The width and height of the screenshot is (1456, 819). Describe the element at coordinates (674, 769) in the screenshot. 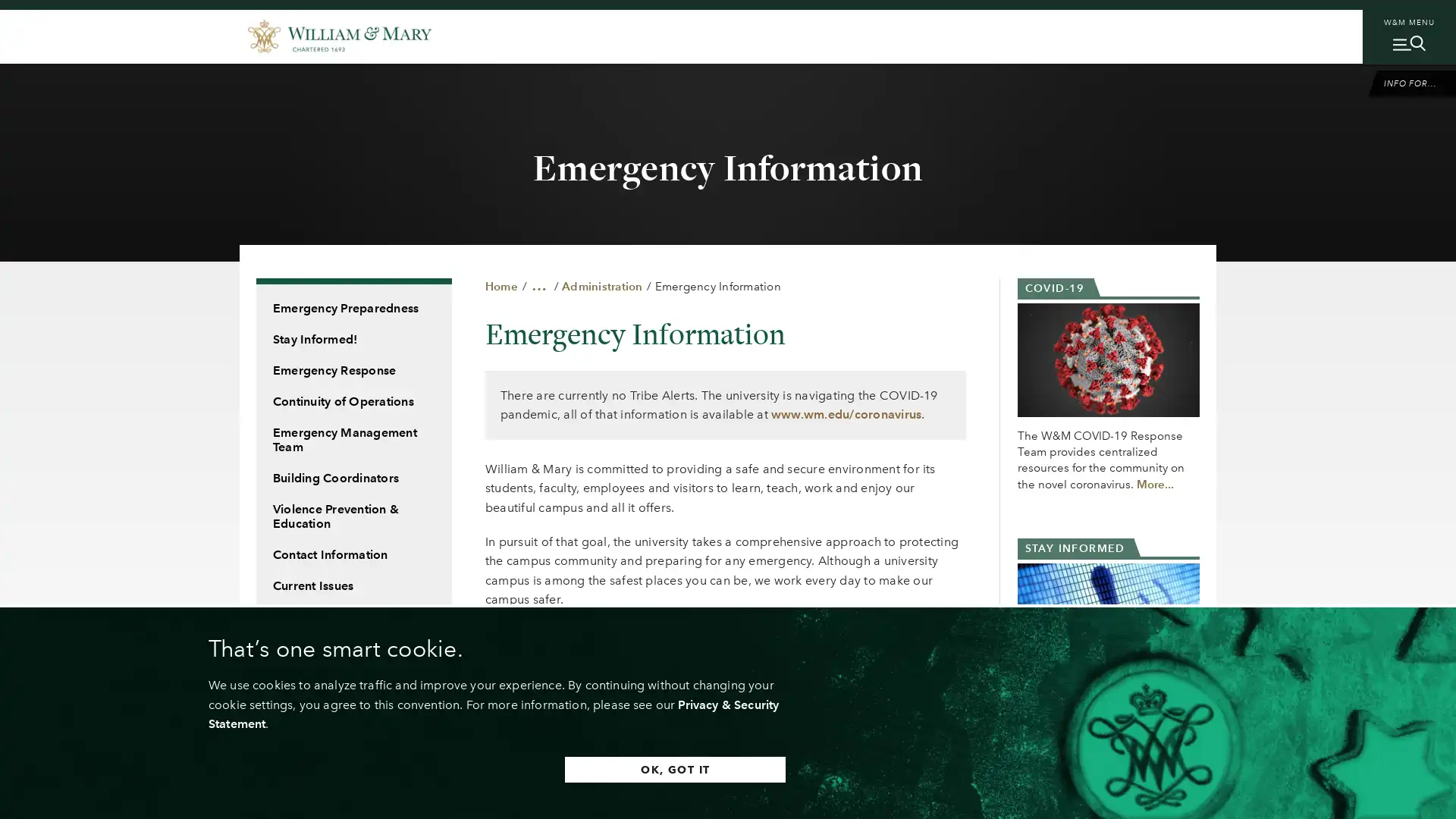

I see `OK, GOT IT` at that location.